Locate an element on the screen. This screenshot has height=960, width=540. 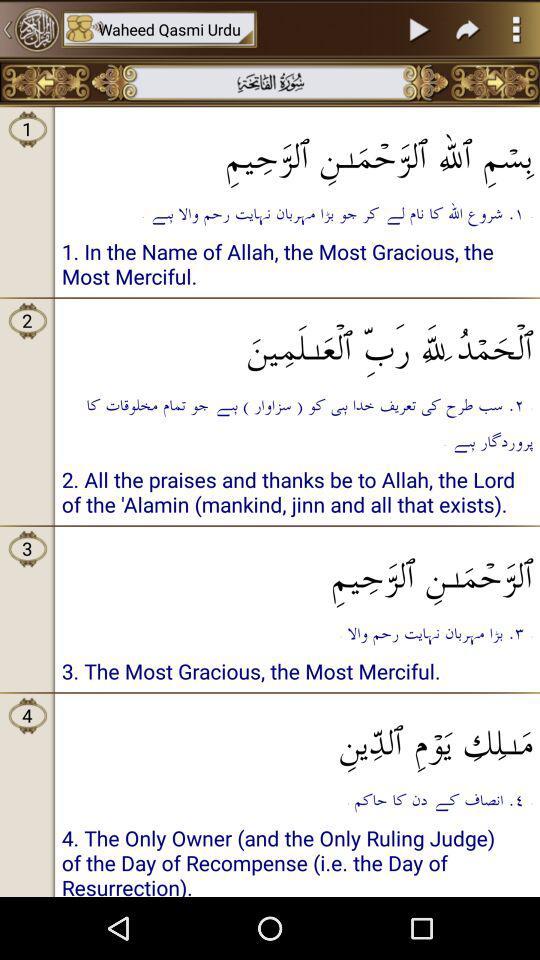
show more options is located at coordinates (516, 28).